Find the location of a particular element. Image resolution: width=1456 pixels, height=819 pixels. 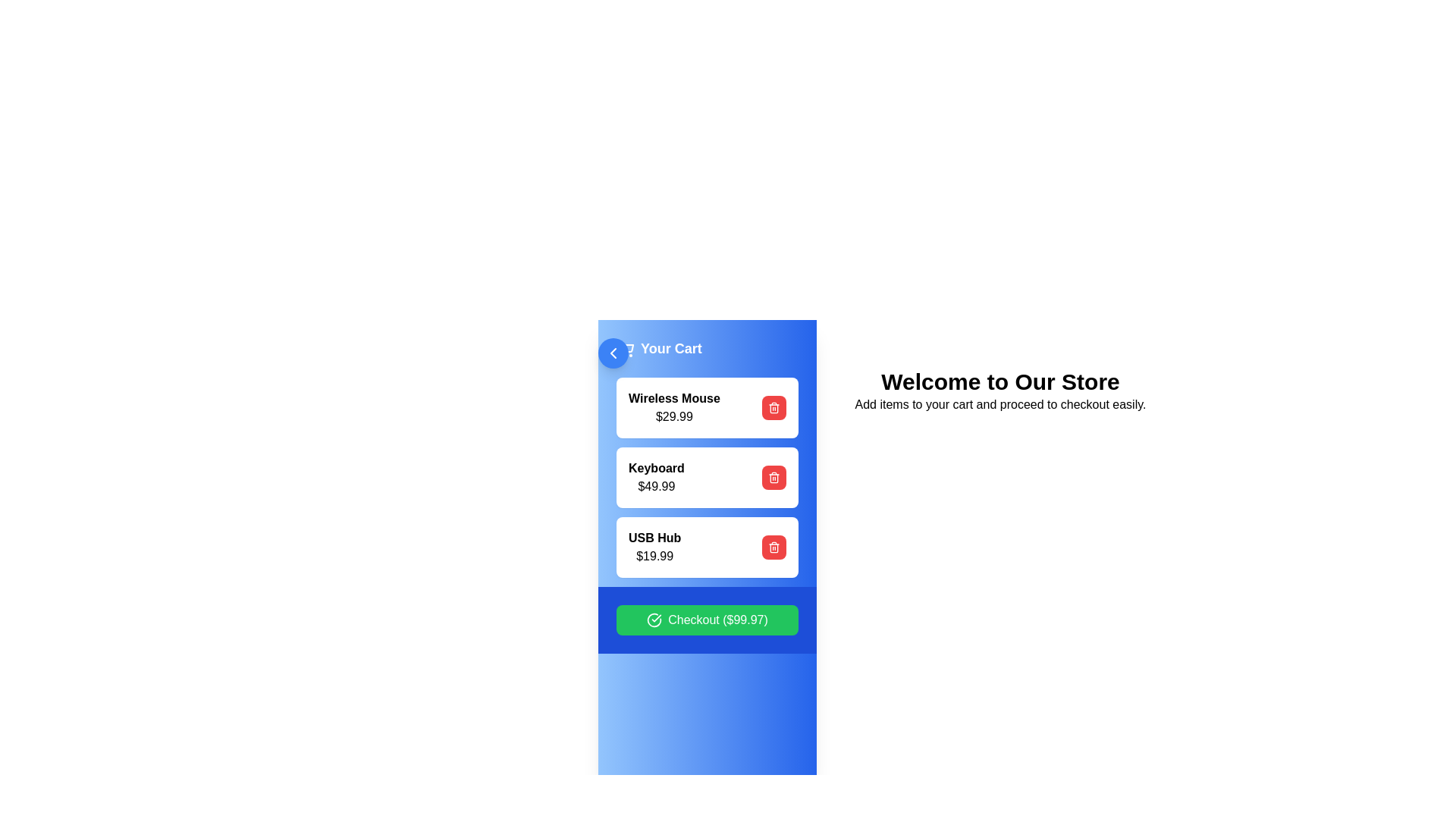

text label displaying the price of the product 'Wireless Mouse', located below the product title in the shopping cart section is located at coordinates (673, 417).